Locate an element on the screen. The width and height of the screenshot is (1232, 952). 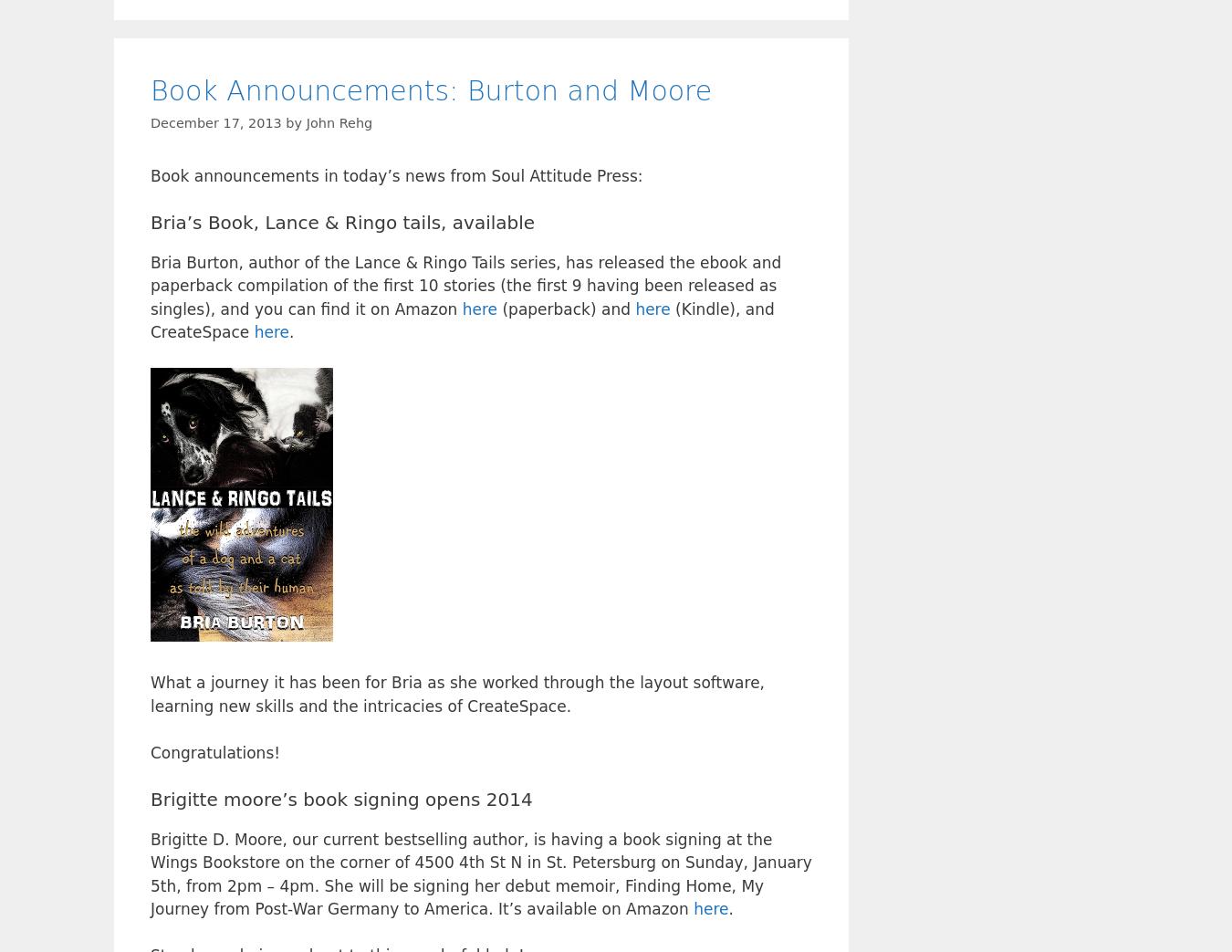
'(paperback) and' is located at coordinates (566, 308).